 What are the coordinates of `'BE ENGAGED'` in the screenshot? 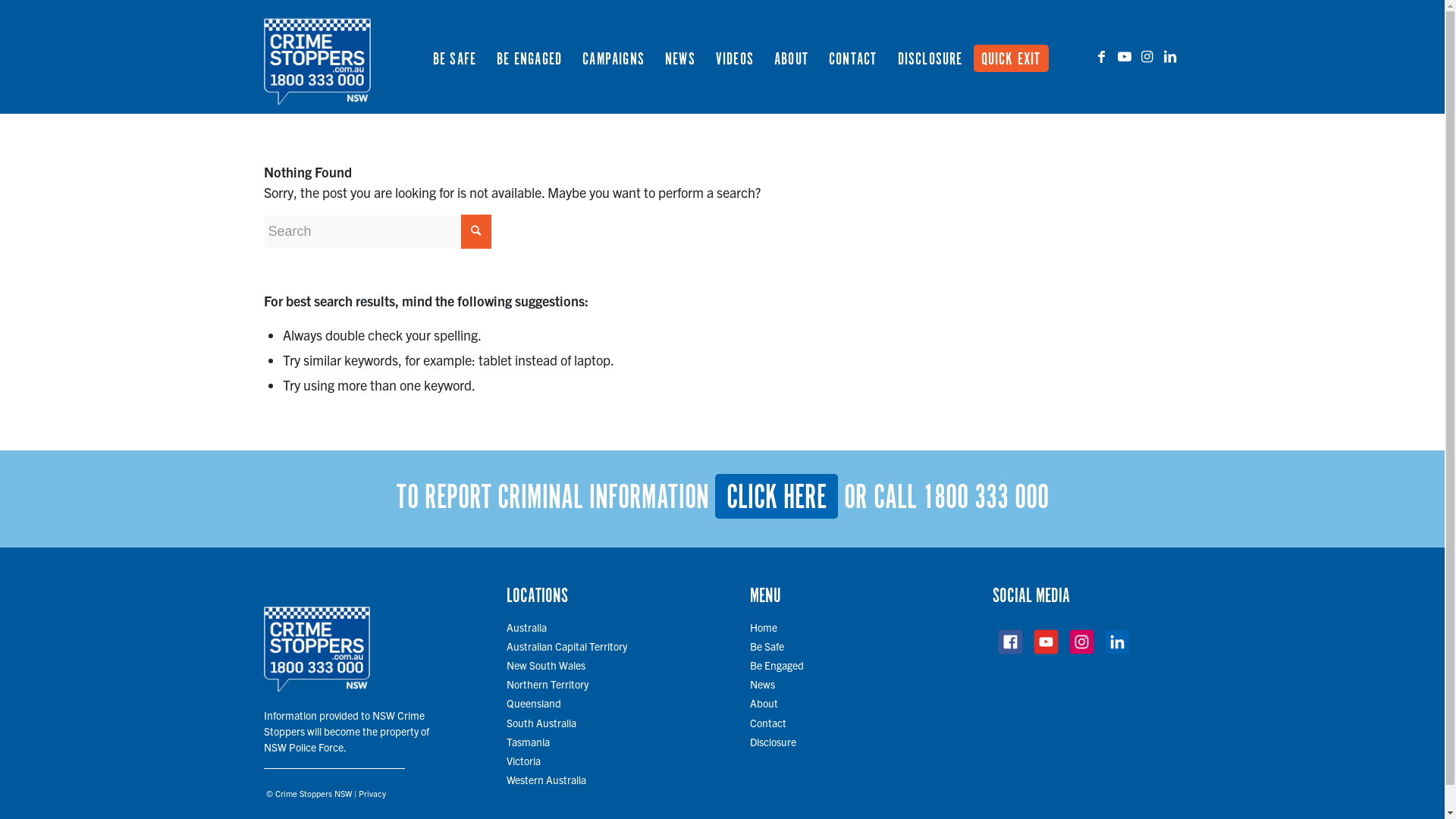 It's located at (529, 55).